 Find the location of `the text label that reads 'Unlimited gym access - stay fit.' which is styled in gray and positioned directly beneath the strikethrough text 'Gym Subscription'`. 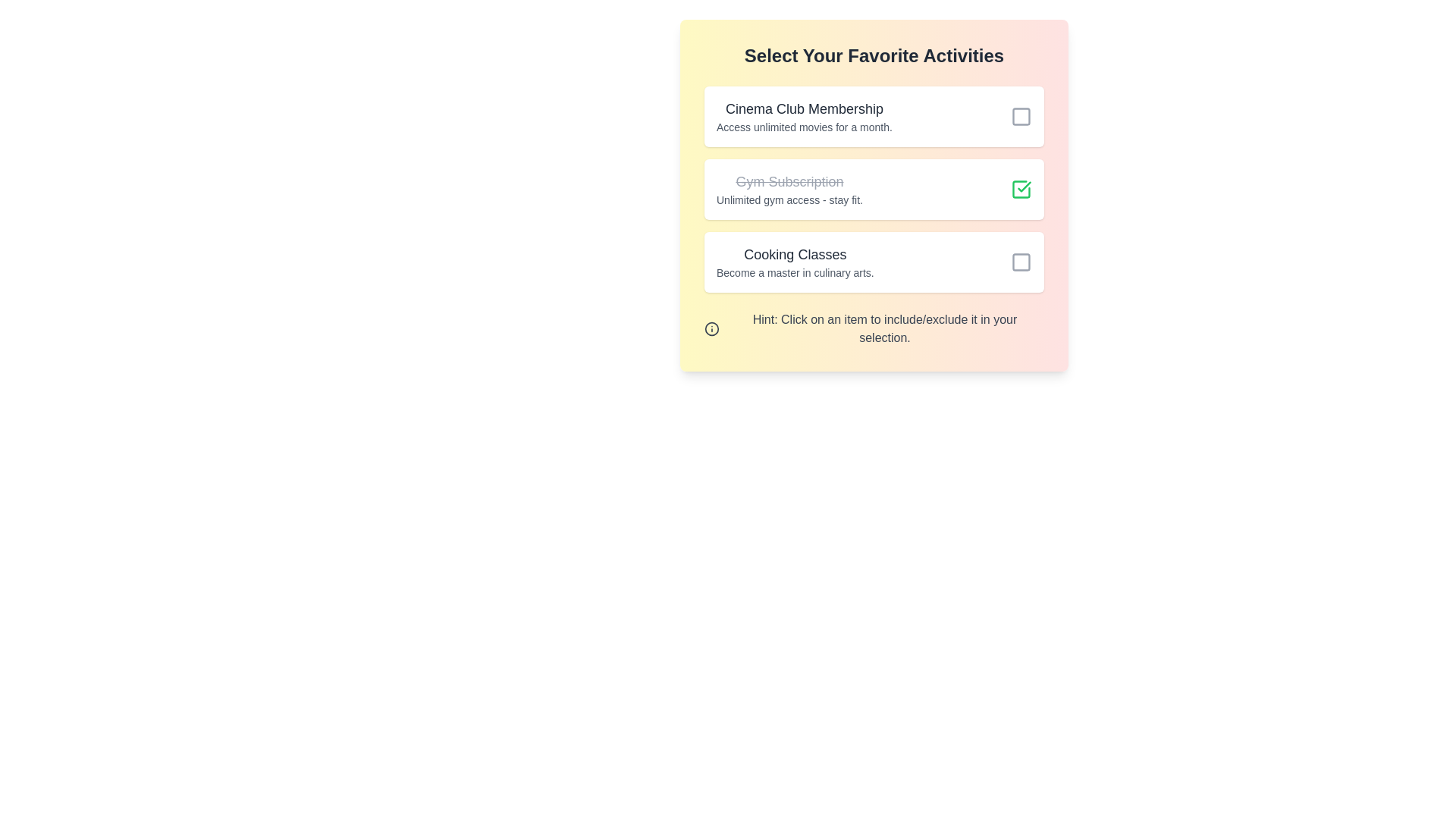

the text label that reads 'Unlimited gym access - stay fit.' which is styled in gray and positioned directly beneath the strikethrough text 'Gym Subscription' is located at coordinates (789, 199).